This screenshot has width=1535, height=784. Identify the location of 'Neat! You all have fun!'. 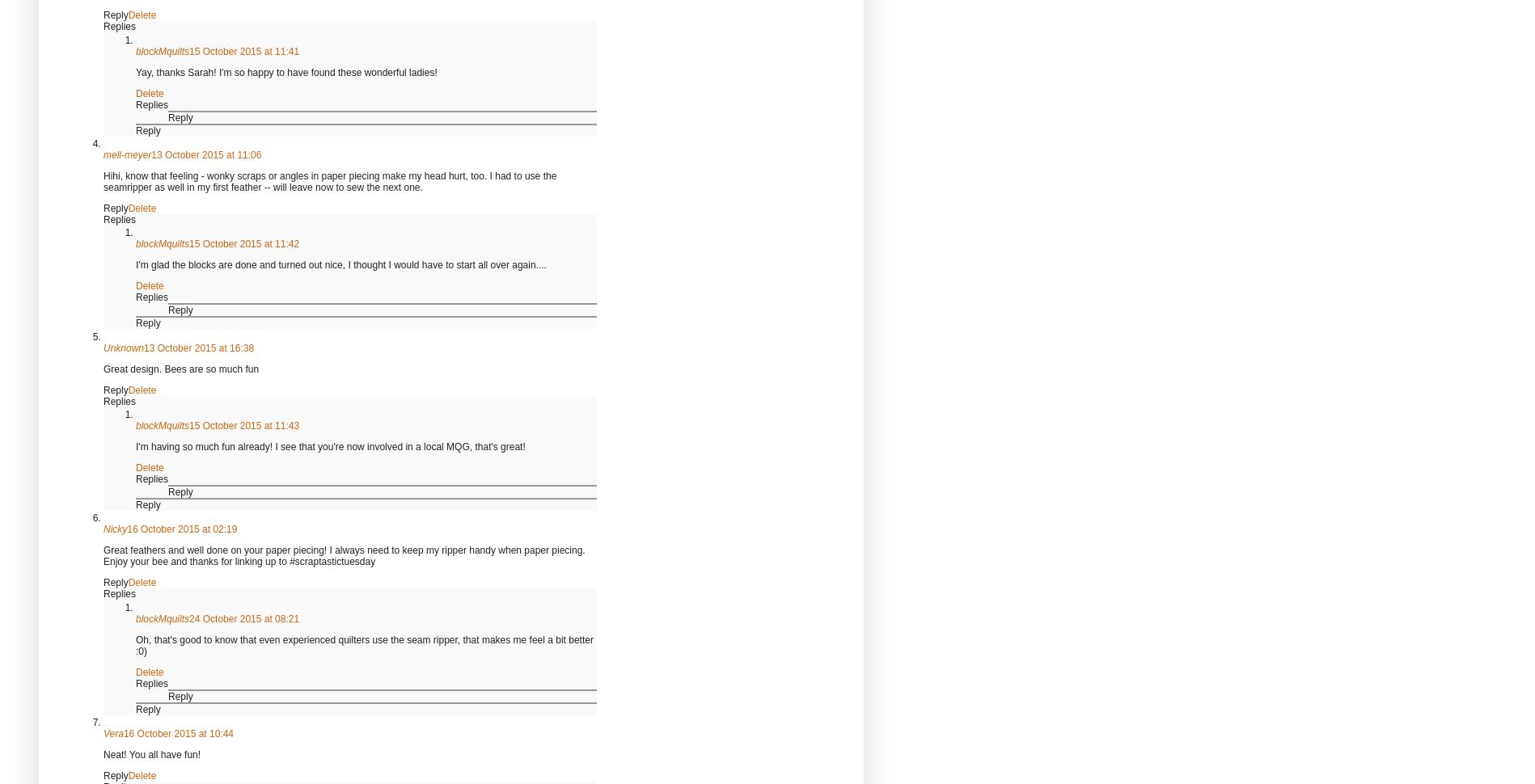
(151, 754).